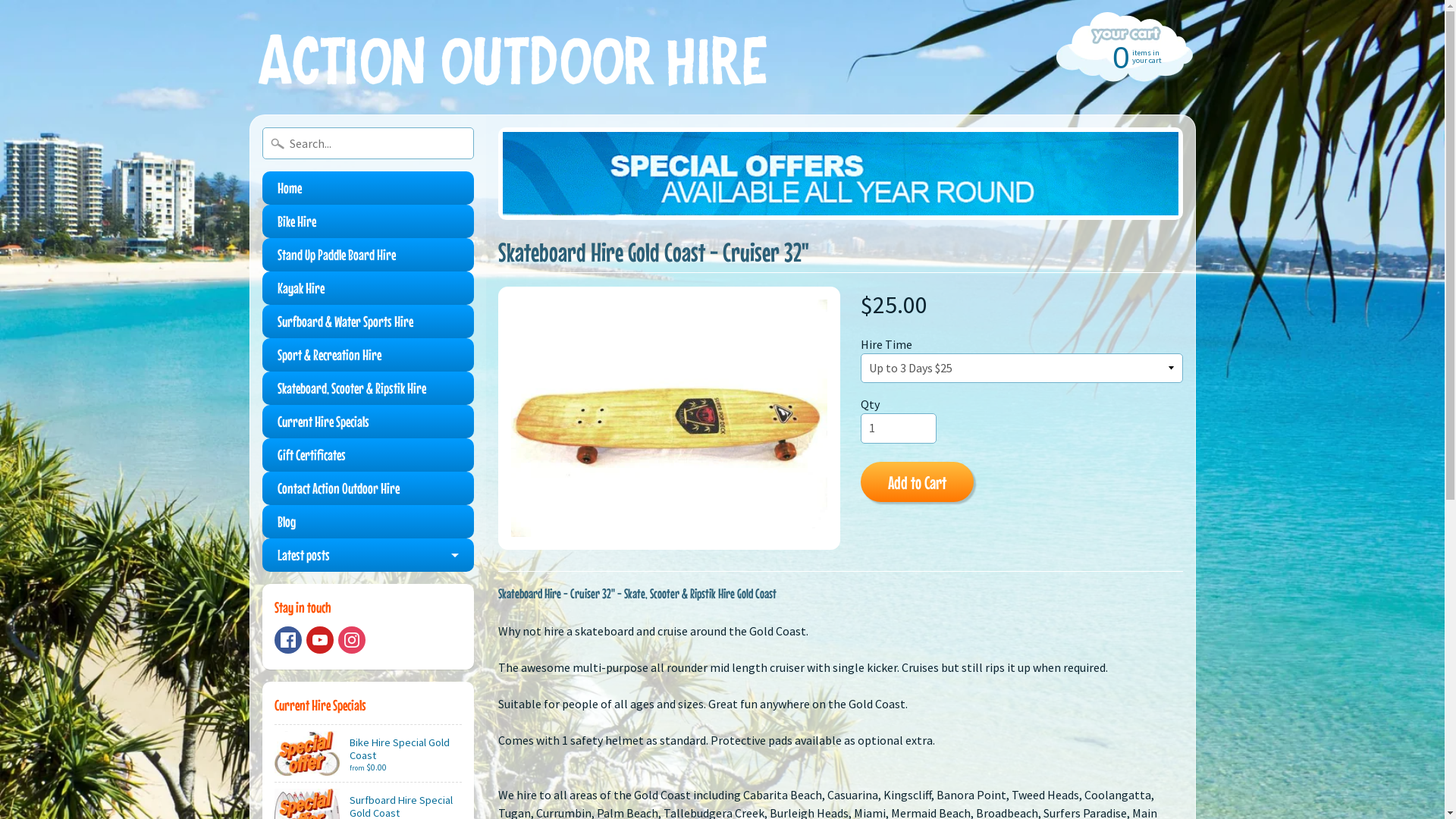 Image resolution: width=1456 pixels, height=819 pixels. What do you see at coordinates (368, 753) in the screenshot?
I see `'Bike Hire Special Gold Coast` at bounding box center [368, 753].